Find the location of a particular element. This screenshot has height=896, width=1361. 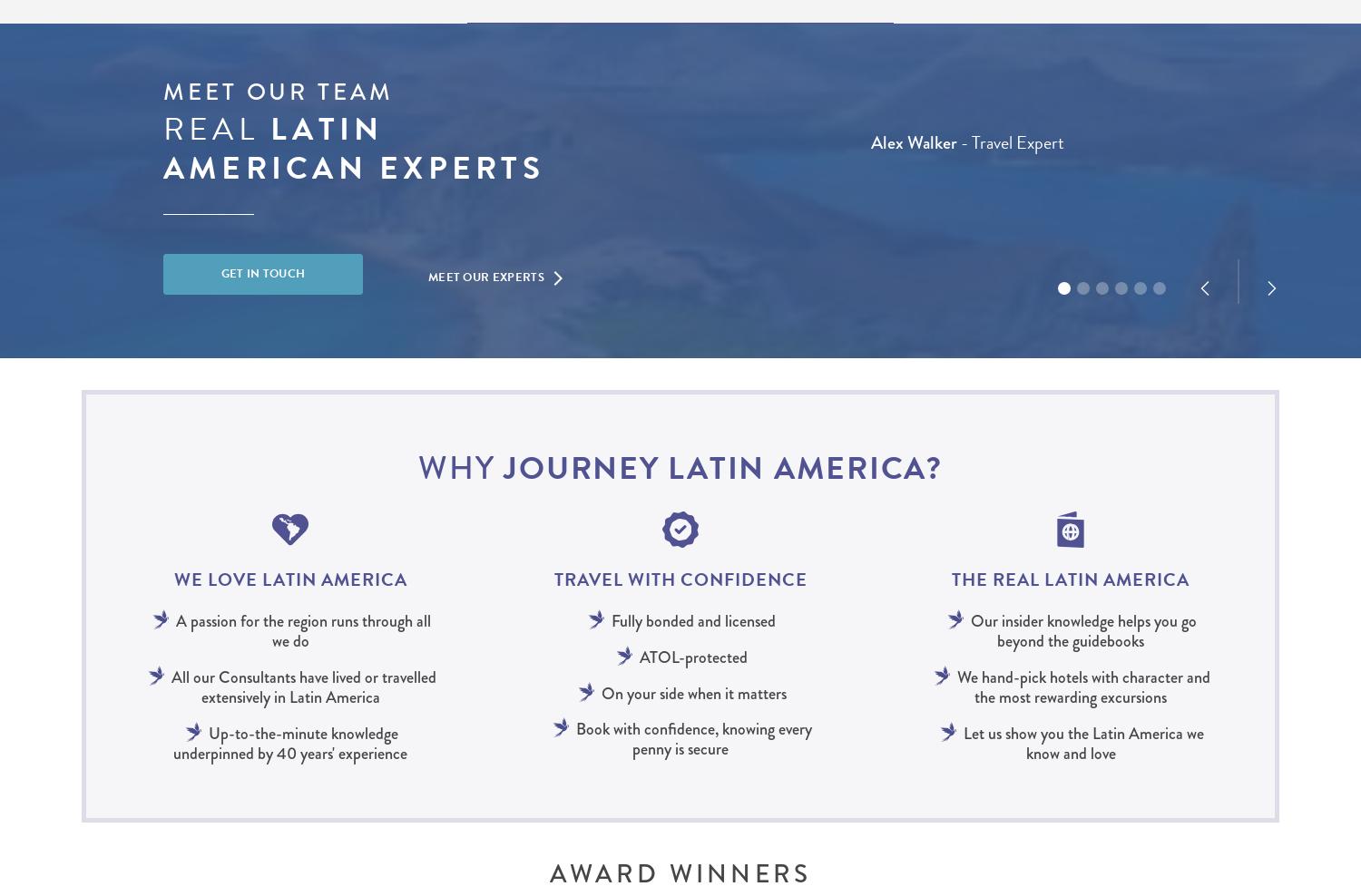

'We love Latin America' is located at coordinates (289, 579).